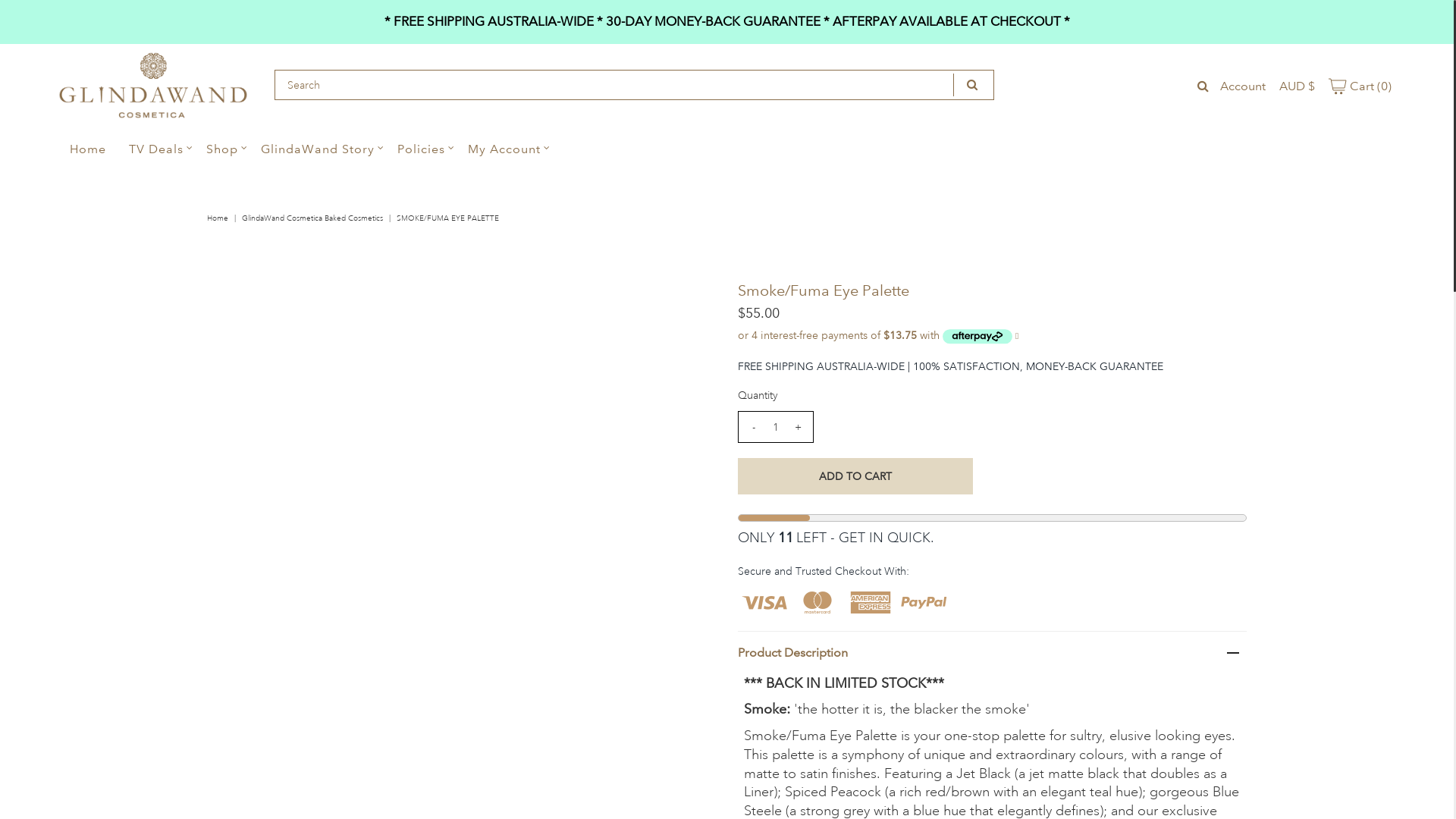 This screenshot has width=1456, height=819. Describe the element at coordinates (1296, 86) in the screenshot. I see `'AUD $'` at that location.